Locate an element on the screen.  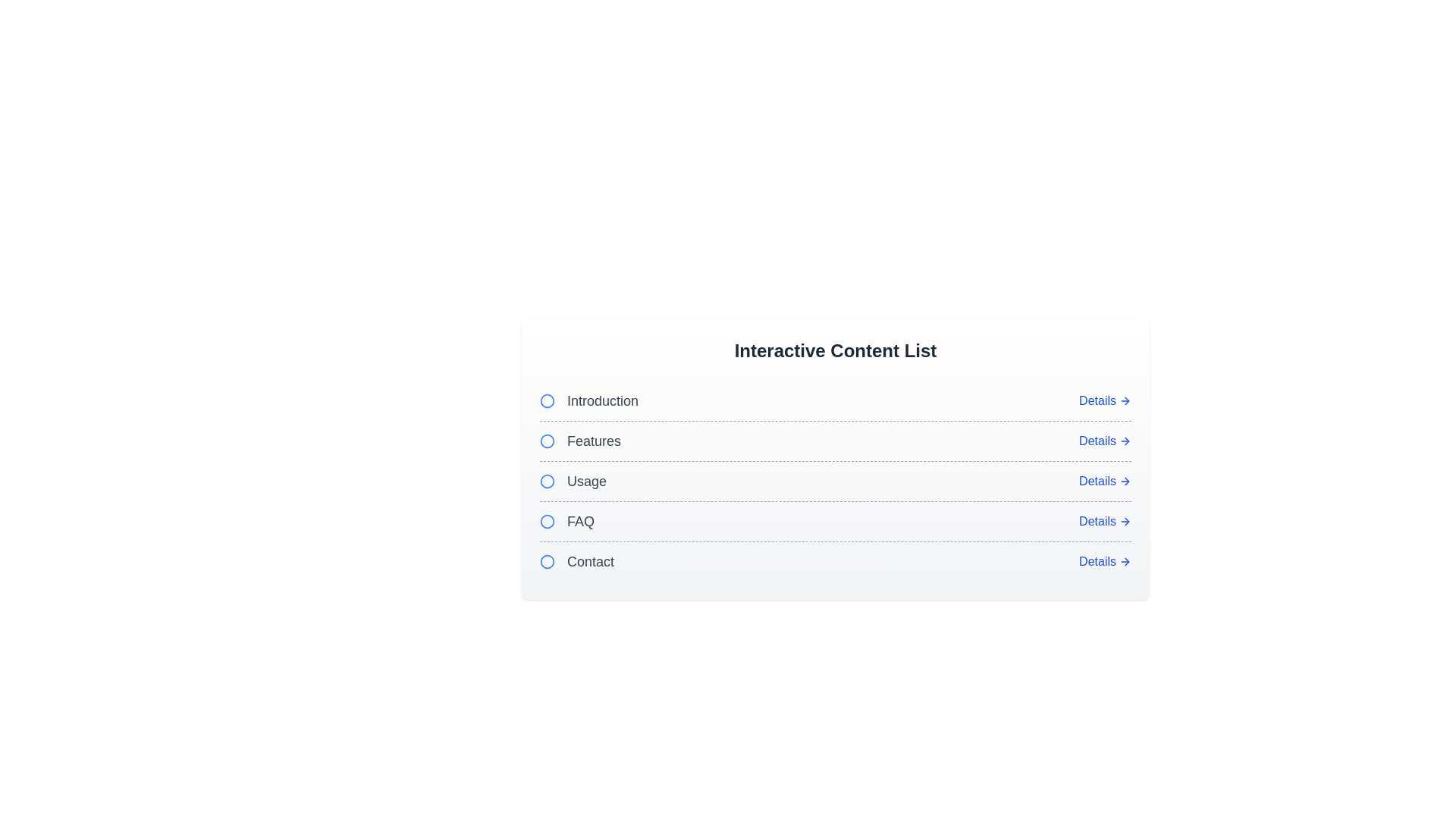
the text link located at the end of the fourth row in the vertical list, which follows the label 'FAQ' is located at coordinates (1097, 441).